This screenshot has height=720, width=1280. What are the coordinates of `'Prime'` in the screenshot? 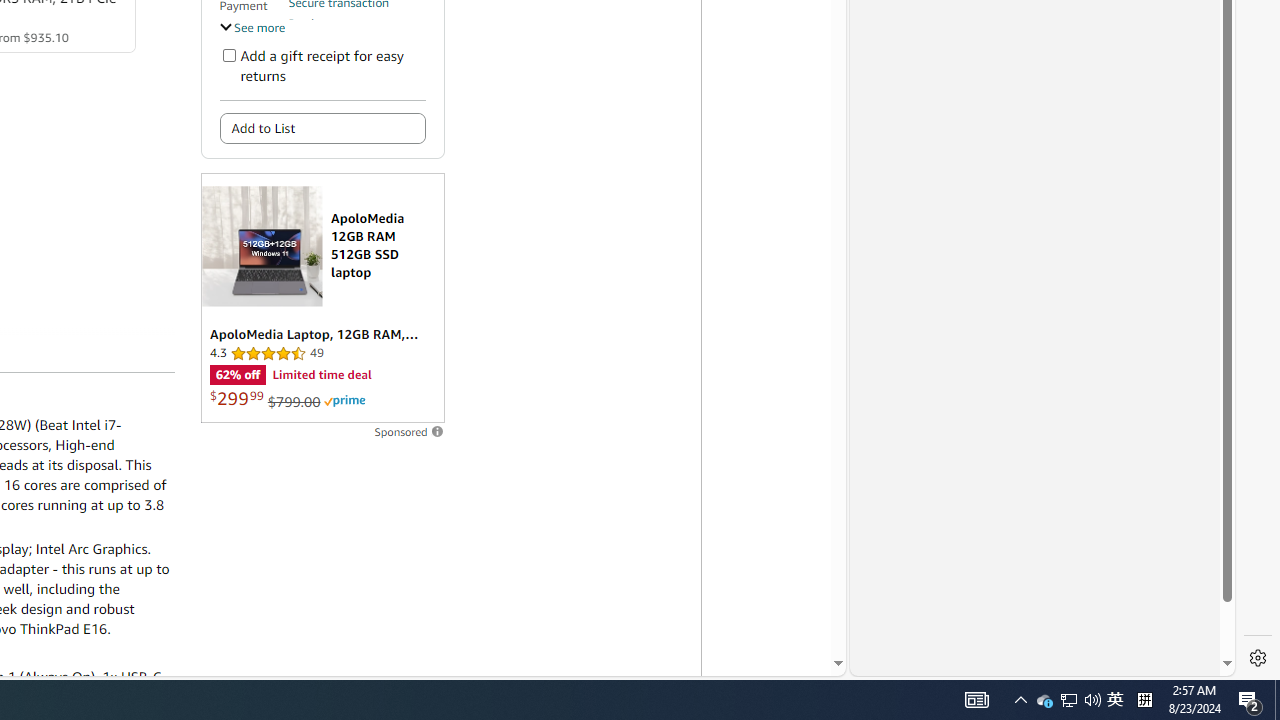 It's located at (344, 401).